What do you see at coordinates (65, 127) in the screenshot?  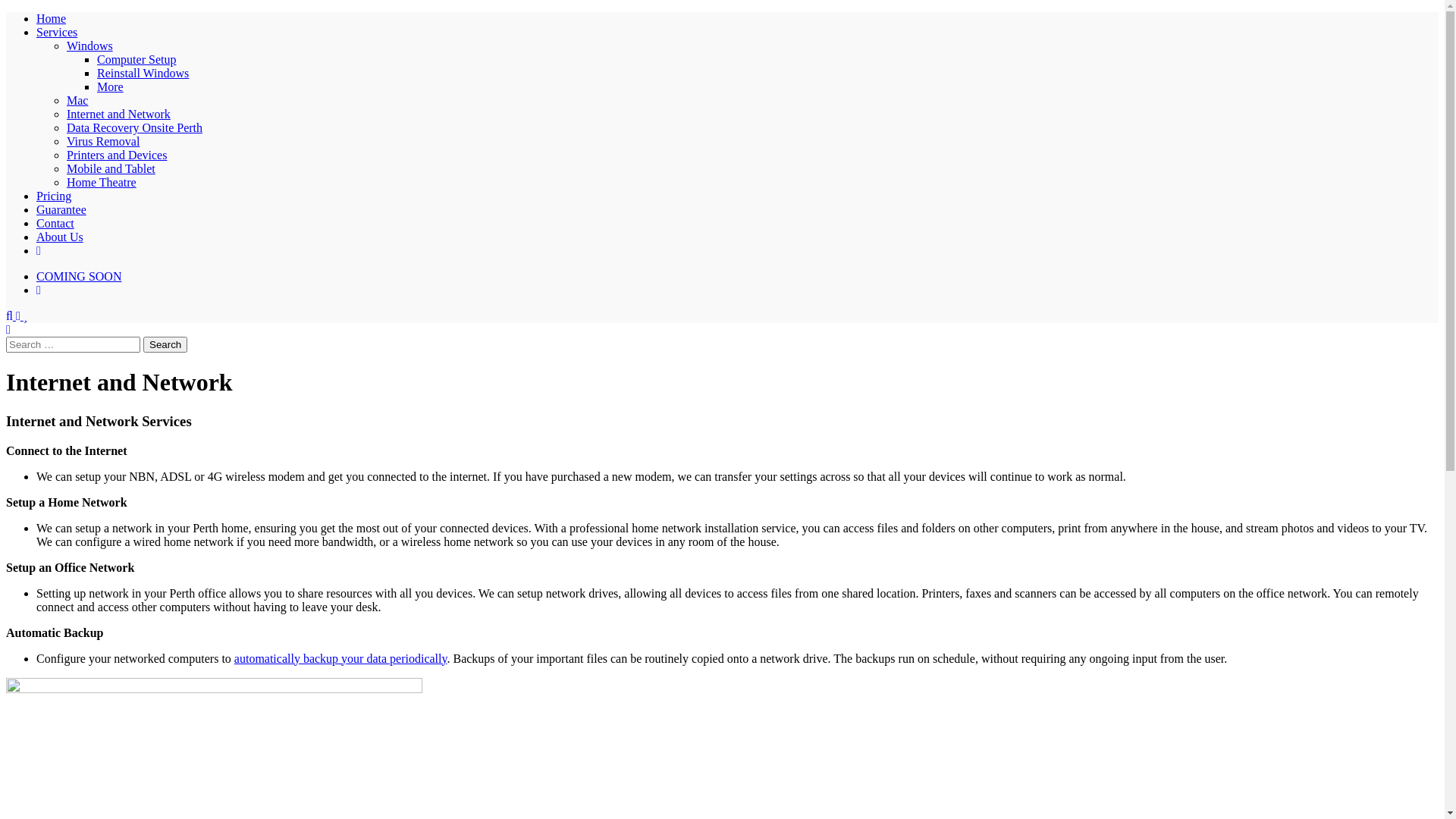 I see `'Data Recovery Onsite Perth'` at bounding box center [65, 127].